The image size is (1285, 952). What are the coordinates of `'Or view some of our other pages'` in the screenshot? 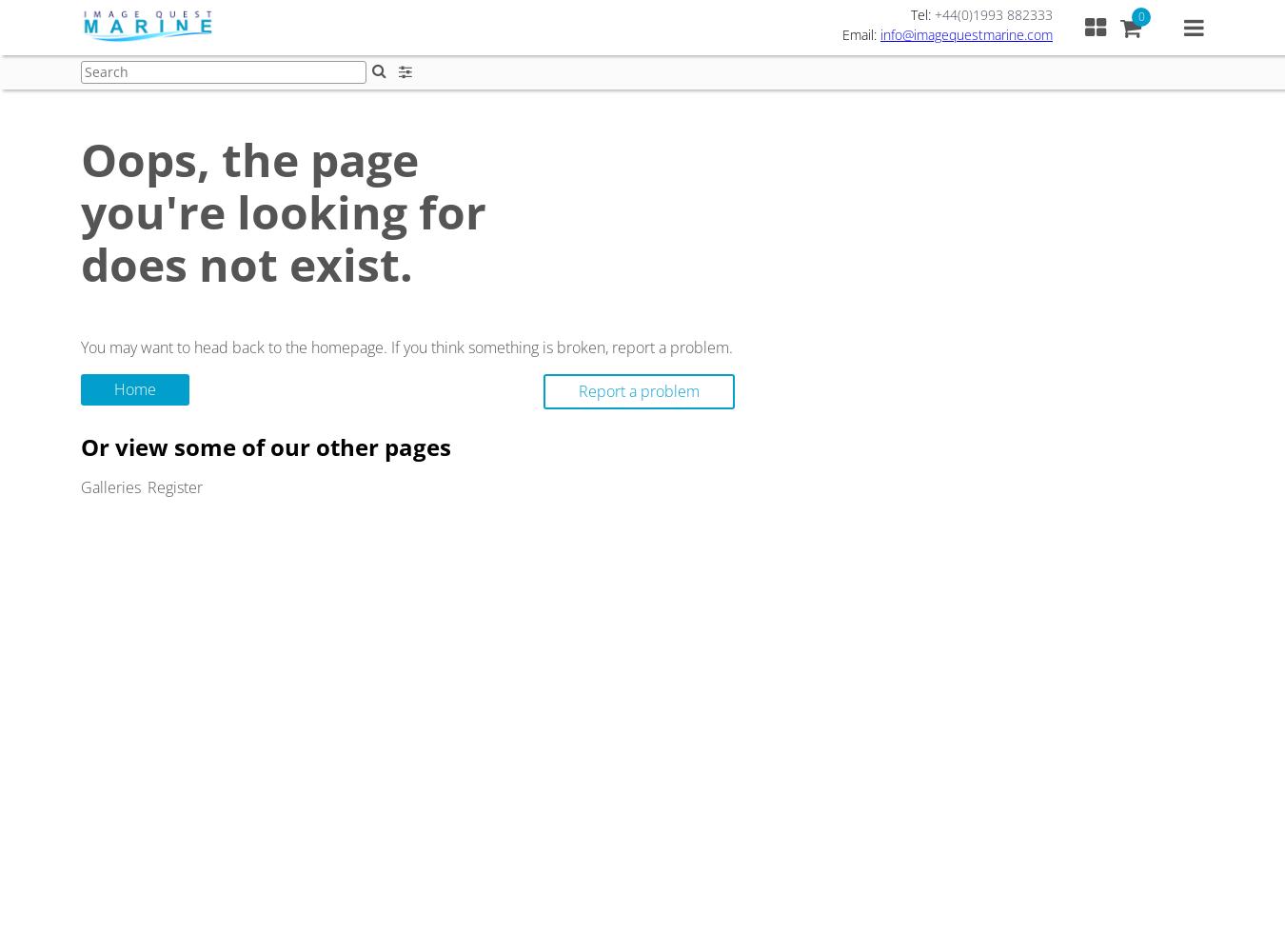 It's located at (265, 445).